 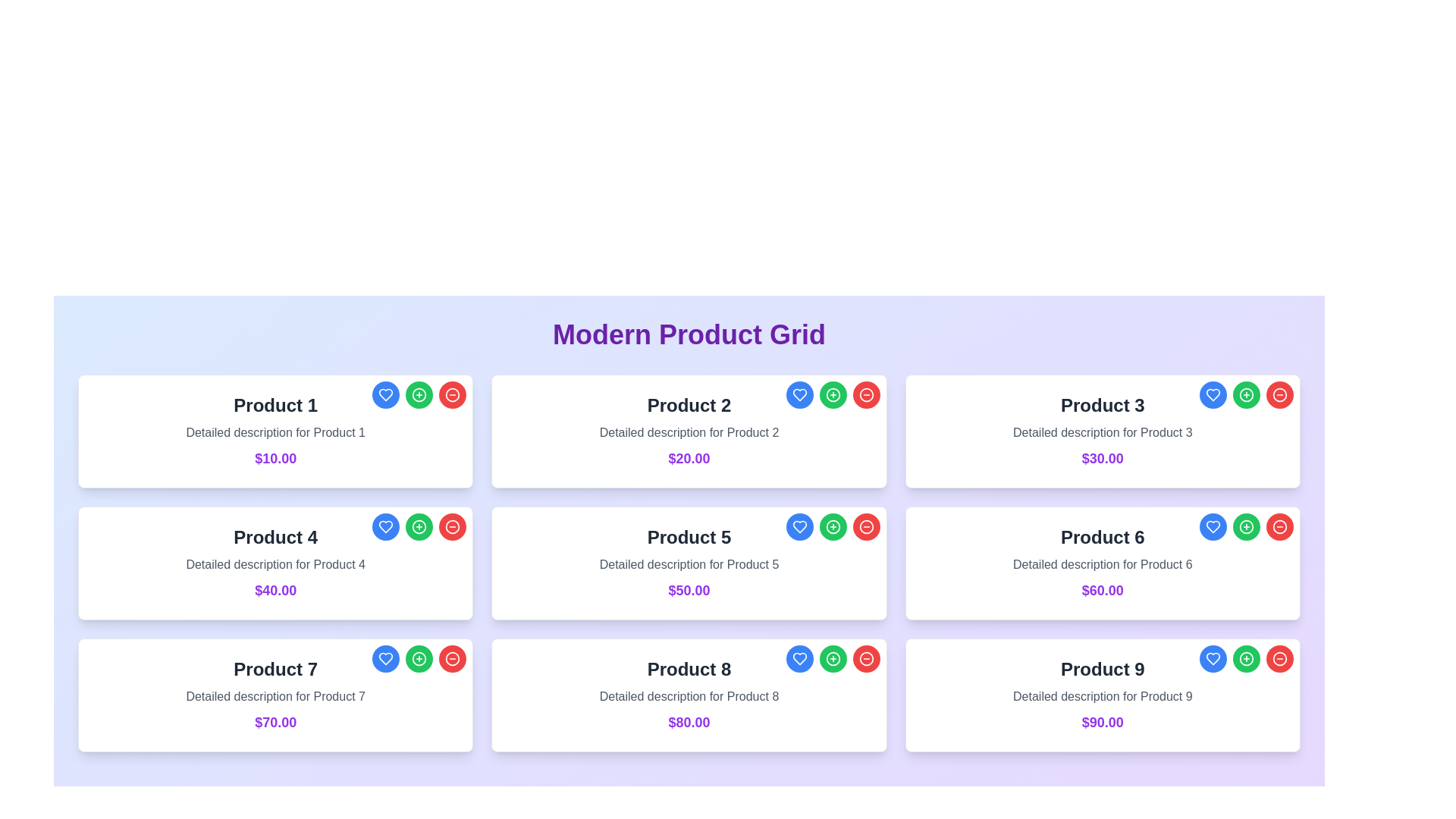 What do you see at coordinates (688, 431) in the screenshot?
I see `the product display card representing 'Product 2', which is the second card in the grid layout located in the first row and second column` at bounding box center [688, 431].